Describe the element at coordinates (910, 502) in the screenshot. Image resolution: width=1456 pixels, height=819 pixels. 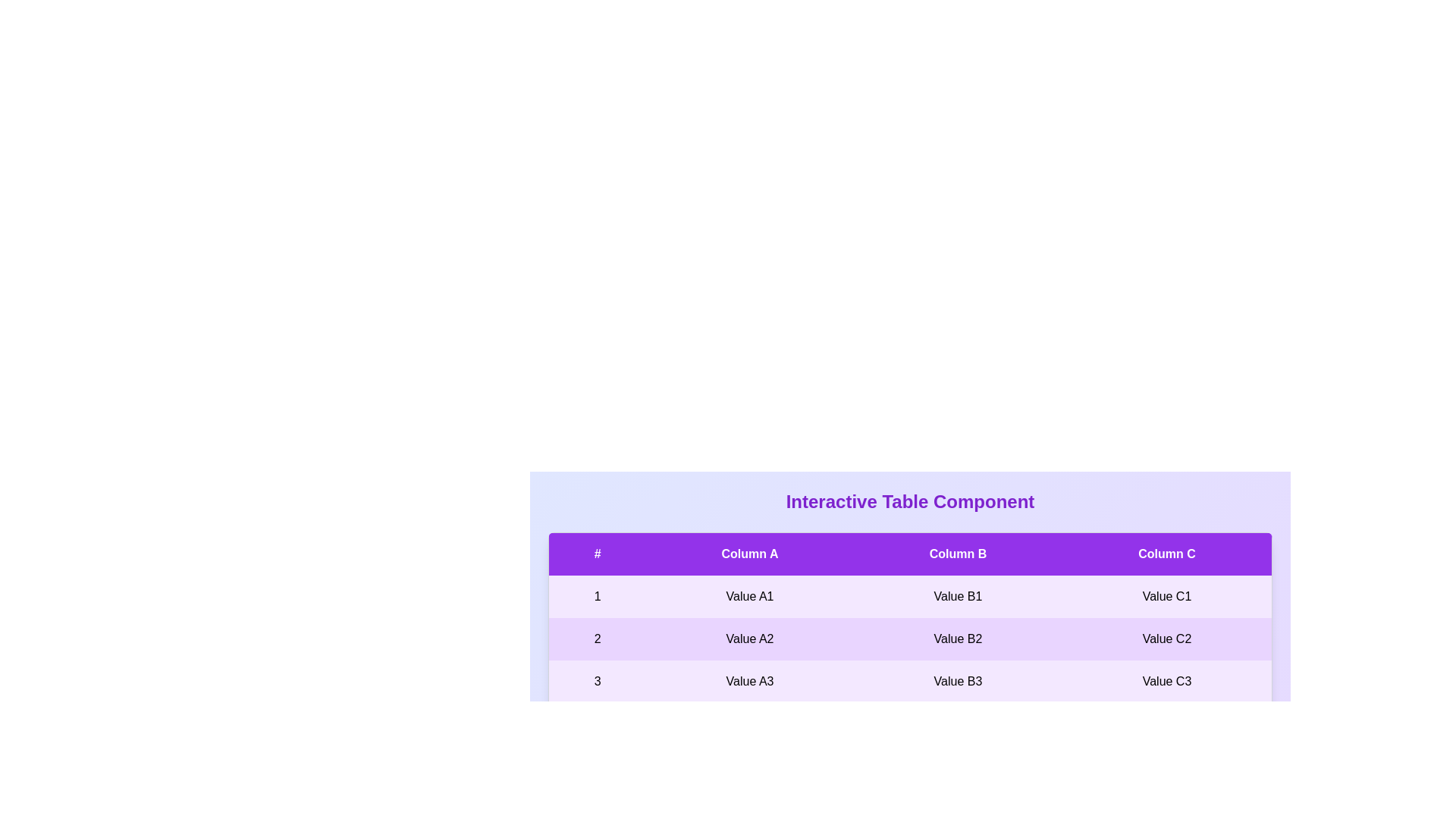
I see `the title text of the table component to focus on it` at that location.